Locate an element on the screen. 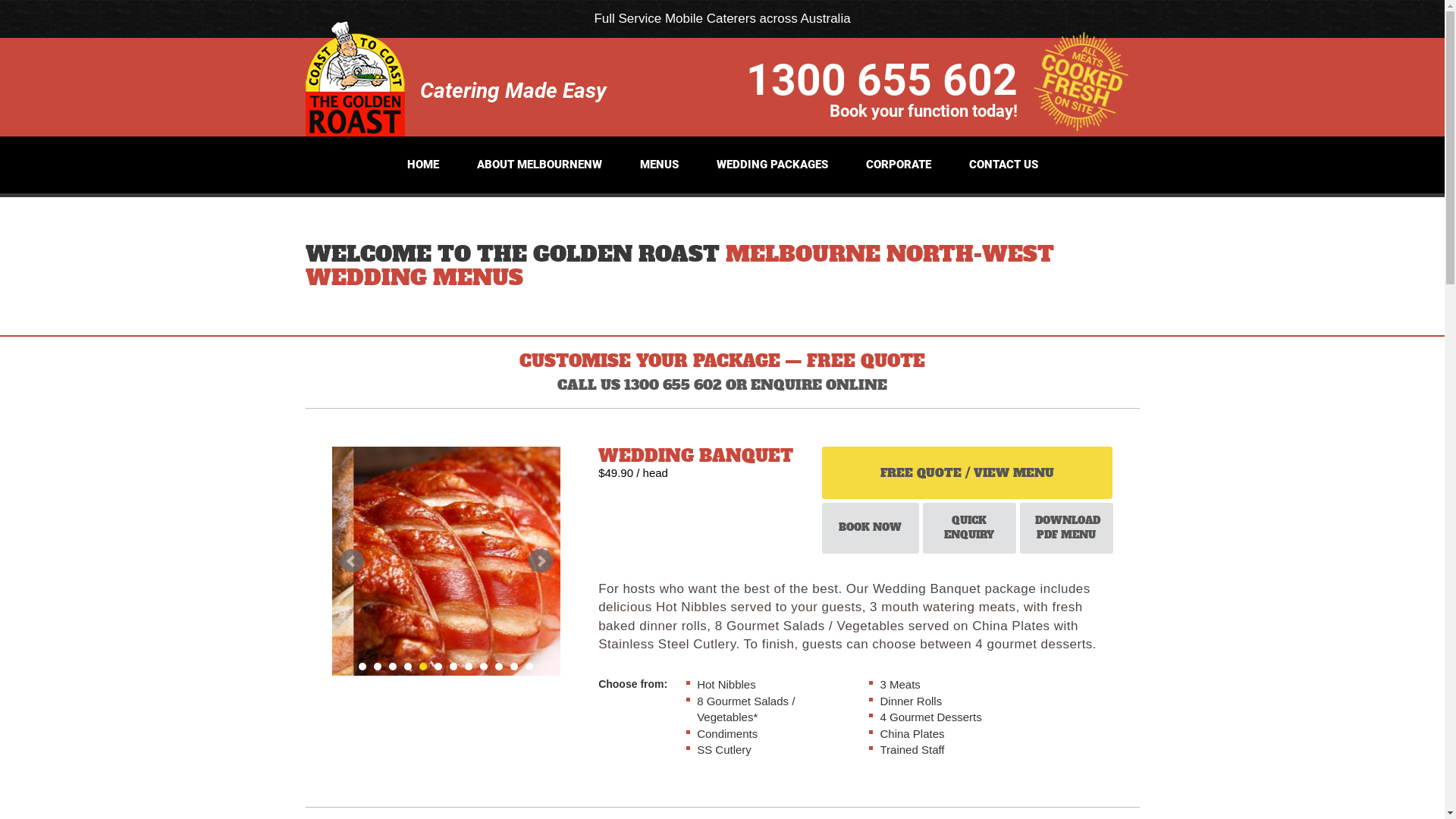 The height and width of the screenshot is (819, 1456). '9' is located at coordinates (479, 666).